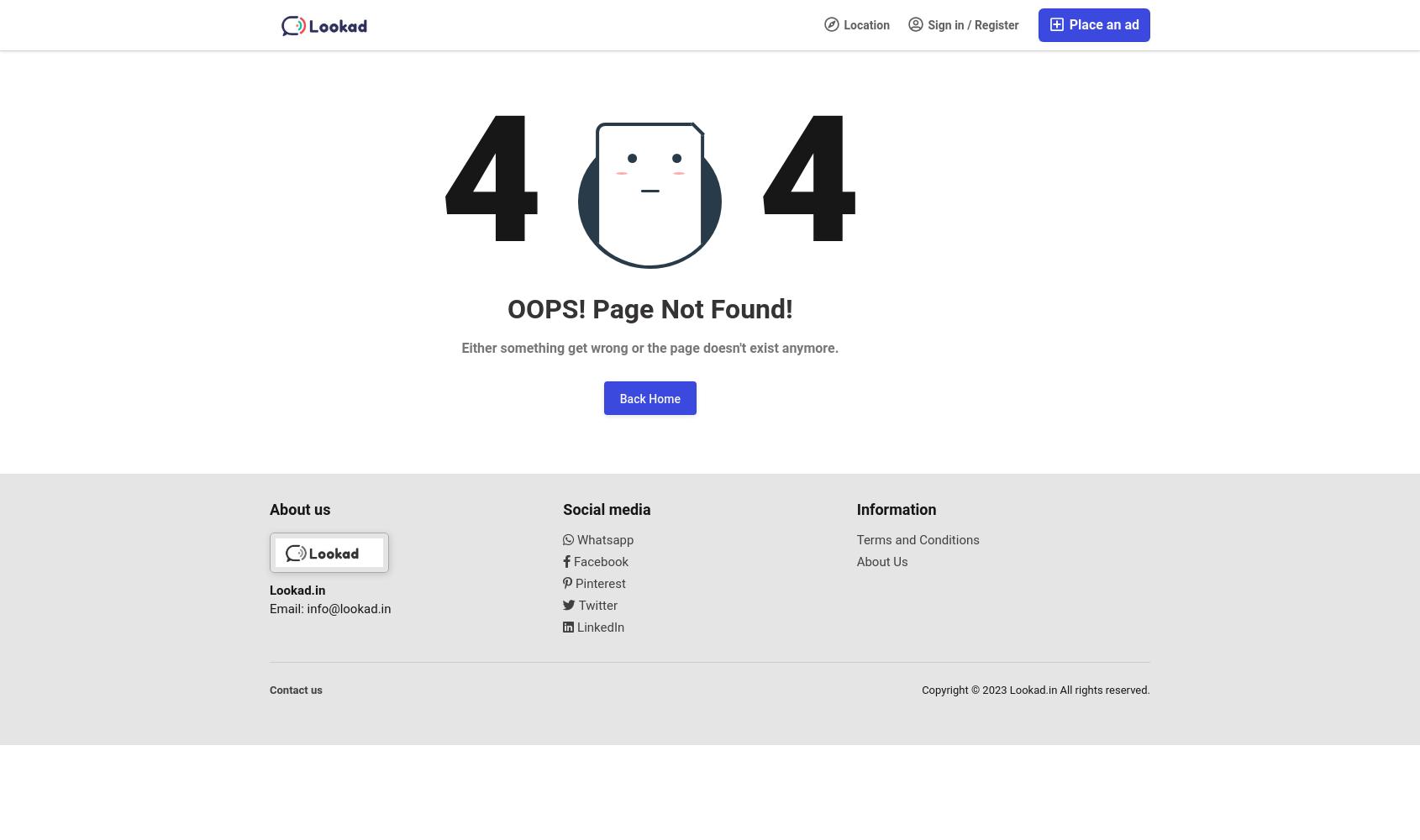 Image resolution: width=1420 pixels, height=840 pixels. What do you see at coordinates (650, 308) in the screenshot?
I see `'OOPS! Page Not Found!'` at bounding box center [650, 308].